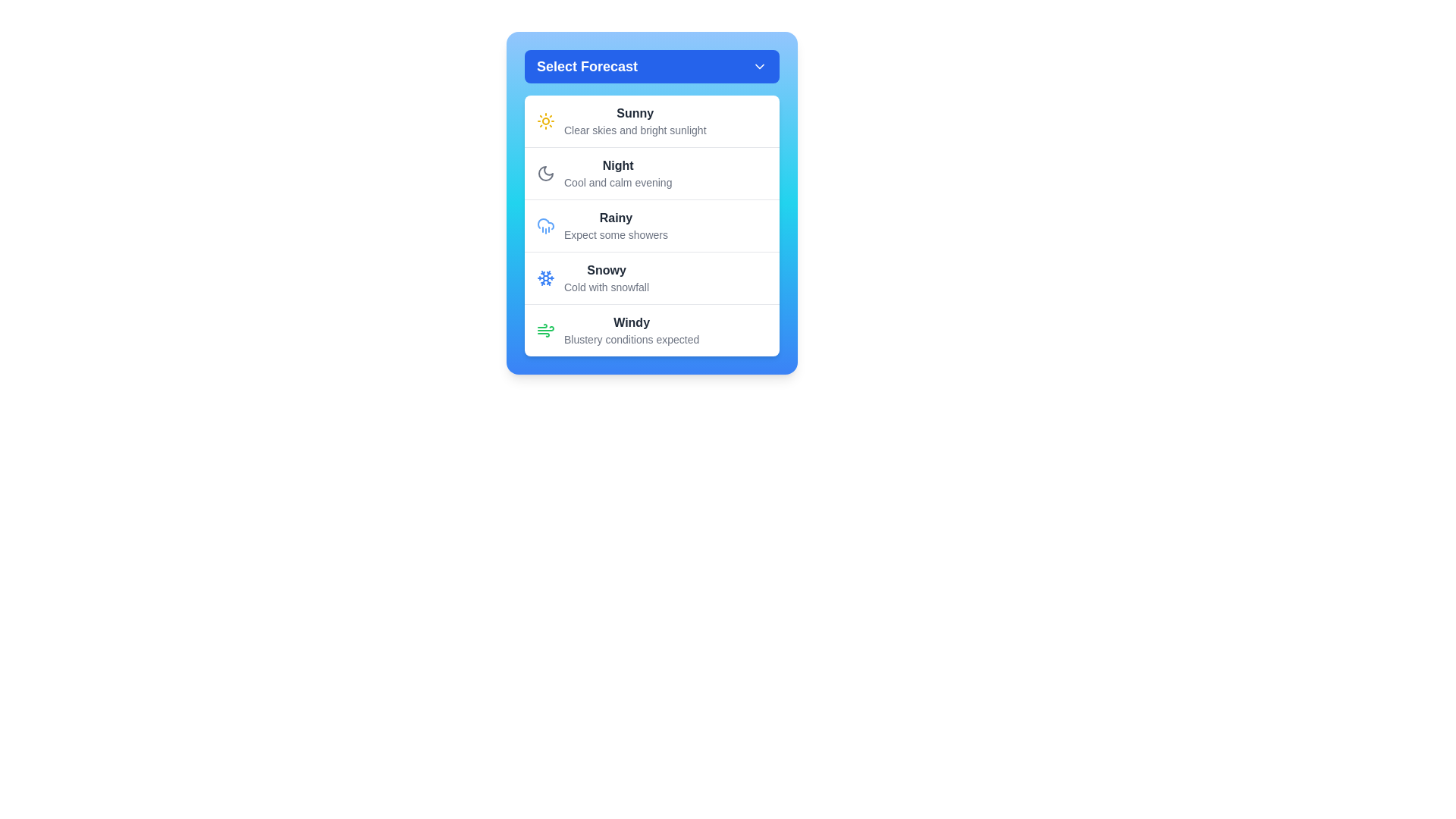 This screenshot has height=819, width=1456. Describe the element at coordinates (632, 338) in the screenshot. I see `gray text stating 'Blustery conditions expected' located below the bold text 'Windy' under the wind icon in the forecast dropdown` at that location.